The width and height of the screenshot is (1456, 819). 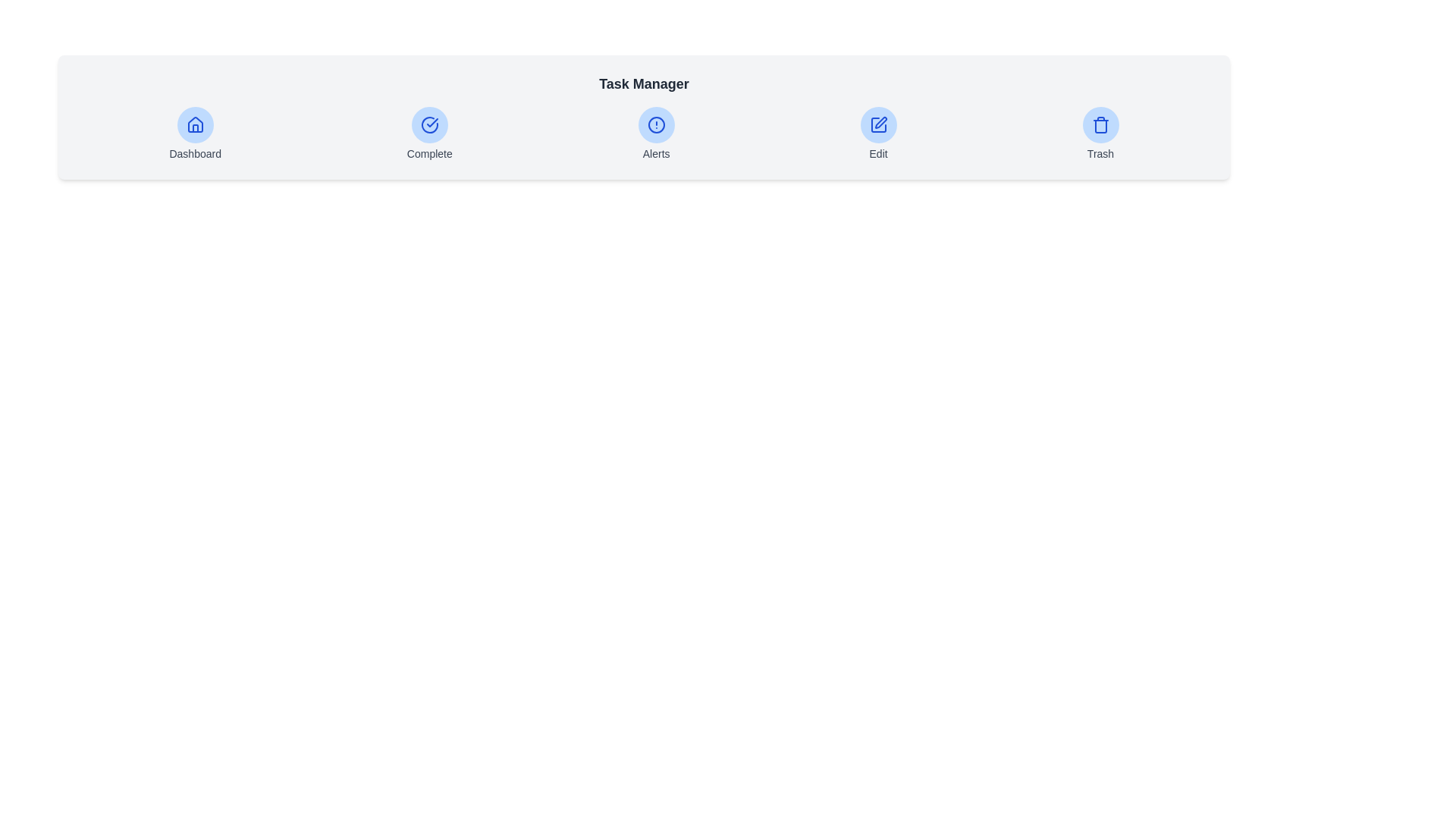 What do you see at coordinates (644, 133) in the screenshot?
I see `the Navigation Bar icon` at bounding box center [644, 133].